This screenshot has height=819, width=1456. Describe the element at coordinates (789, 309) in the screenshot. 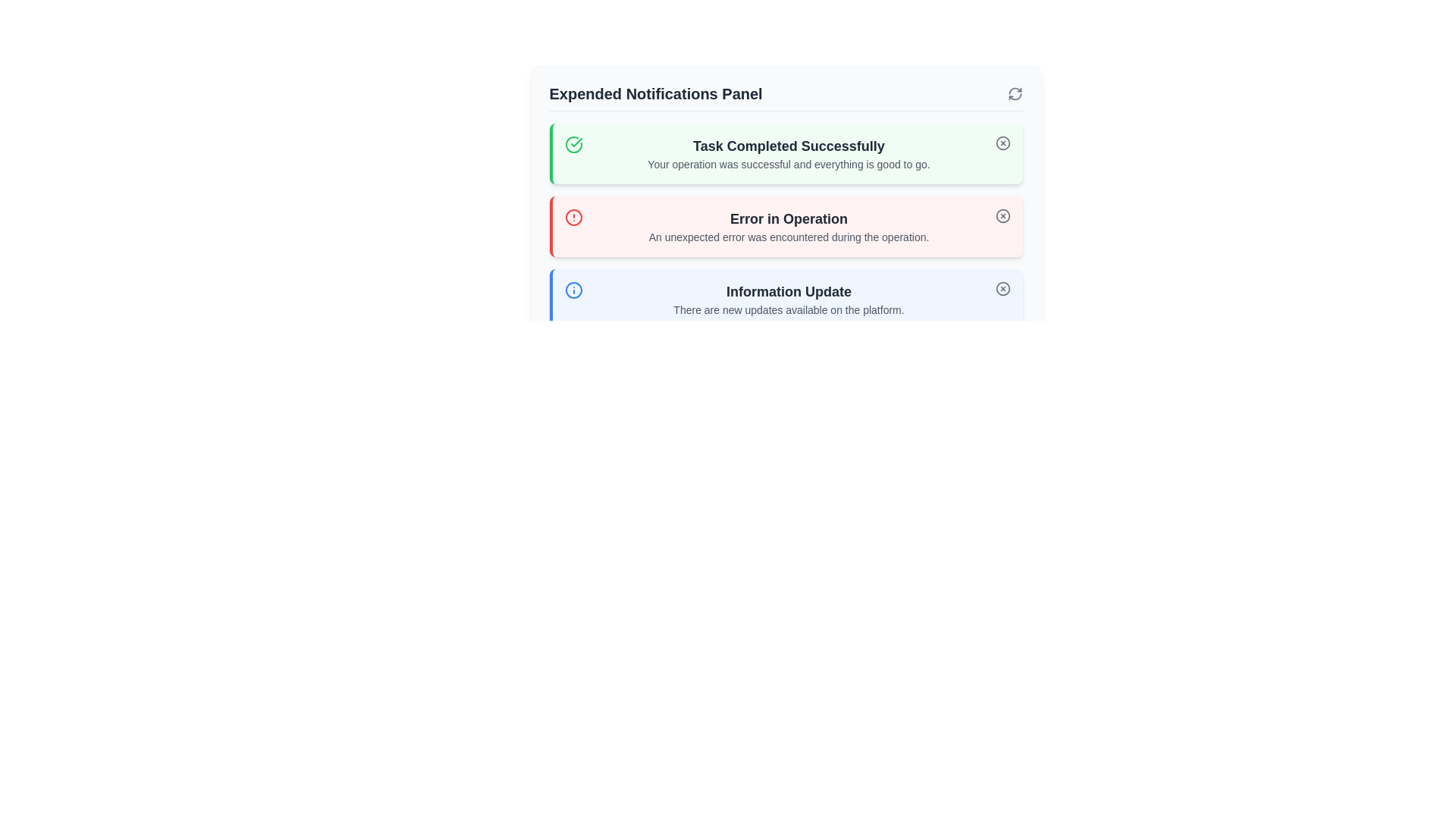

I see `informational text displayed under the 'Information Update' notification, which indicates the availability of updates on the platform` at that location.